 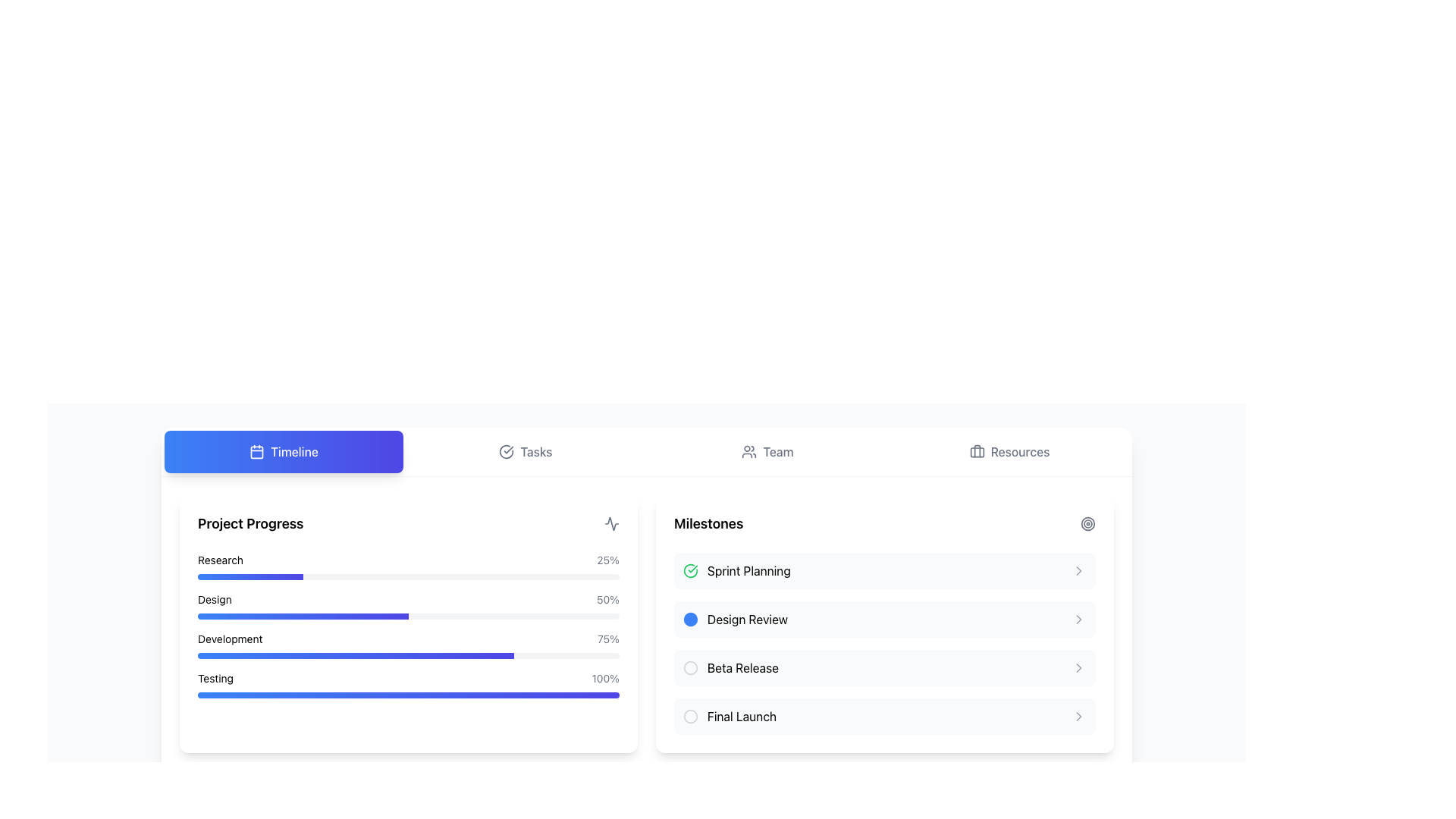 What do you see at coordinates (408, 684) in the screenshot?
I see `progress percentage from the 'Testing' progress indicator, which shows '100%' on the right side of the label` at bounding box center [408, 684].